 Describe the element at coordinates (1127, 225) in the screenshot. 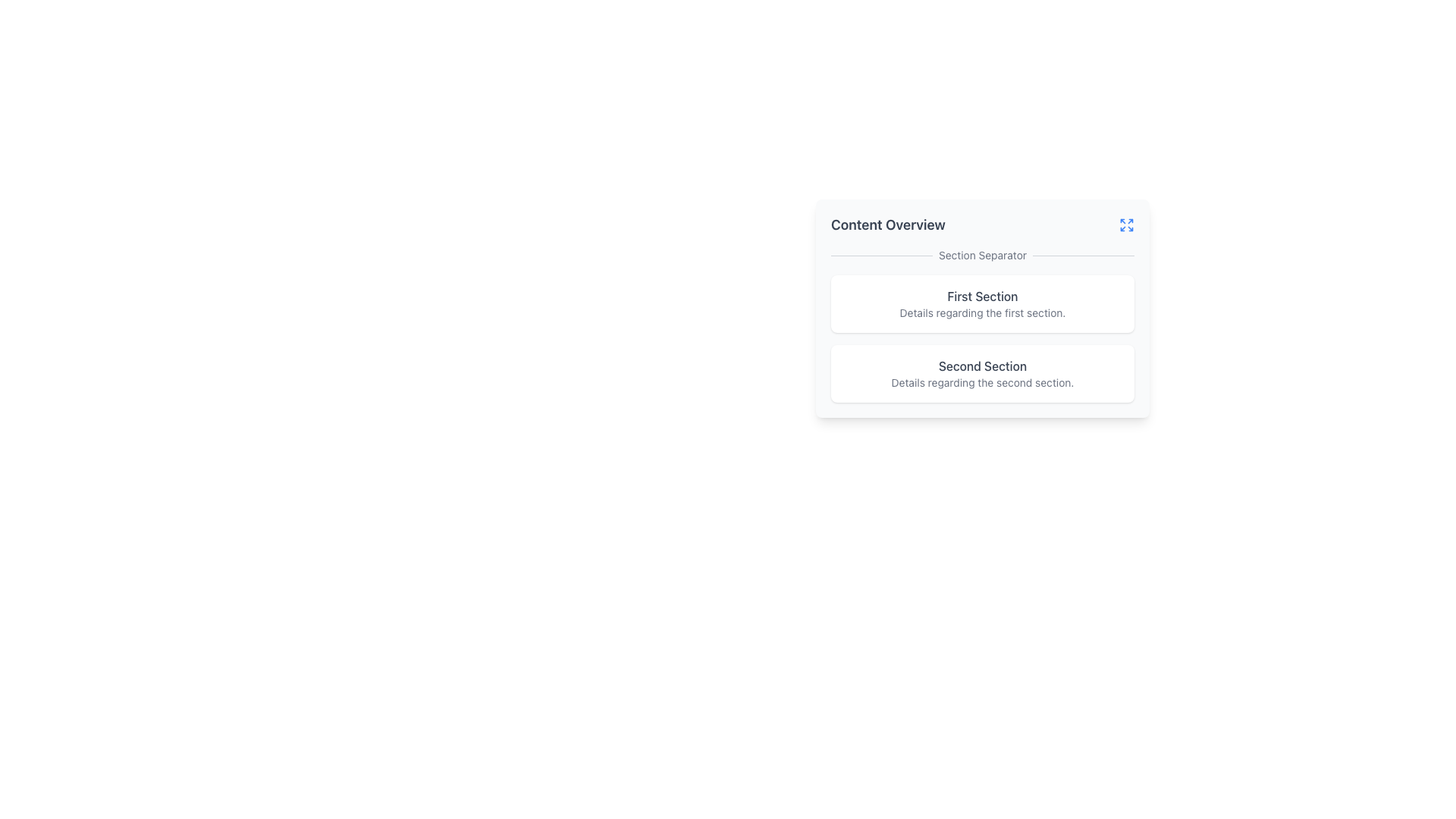

I see `the blue icon resembling a four-arrow expansion symbol located in the top-right corner of the 'Content Overview' section` at that location.